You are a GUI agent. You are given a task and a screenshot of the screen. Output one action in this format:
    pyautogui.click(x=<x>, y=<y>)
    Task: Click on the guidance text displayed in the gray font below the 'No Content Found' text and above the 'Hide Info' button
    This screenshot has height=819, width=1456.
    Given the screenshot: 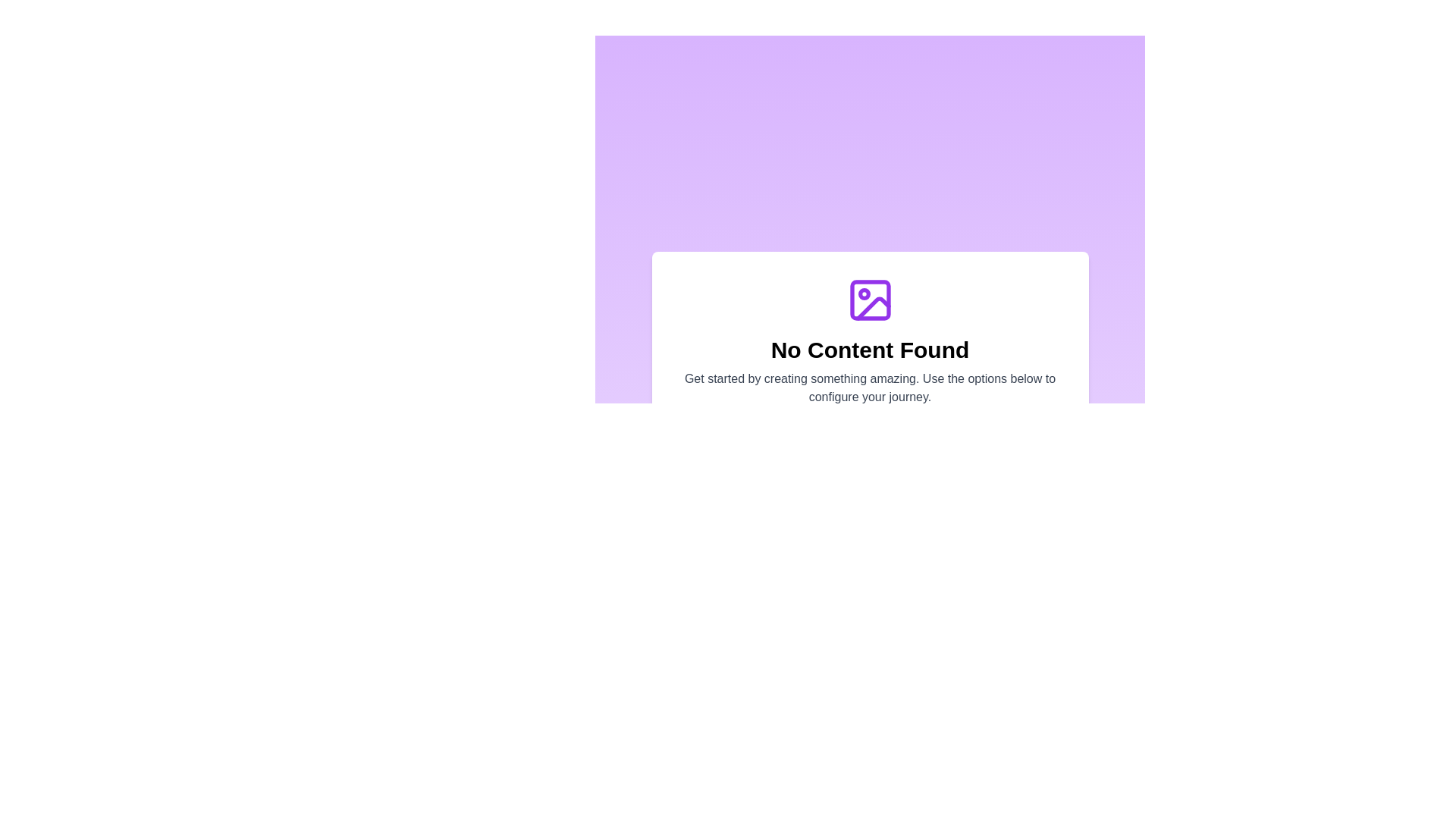 What is the action you would take?
    pyautogui.click(x=870, y=388)
    